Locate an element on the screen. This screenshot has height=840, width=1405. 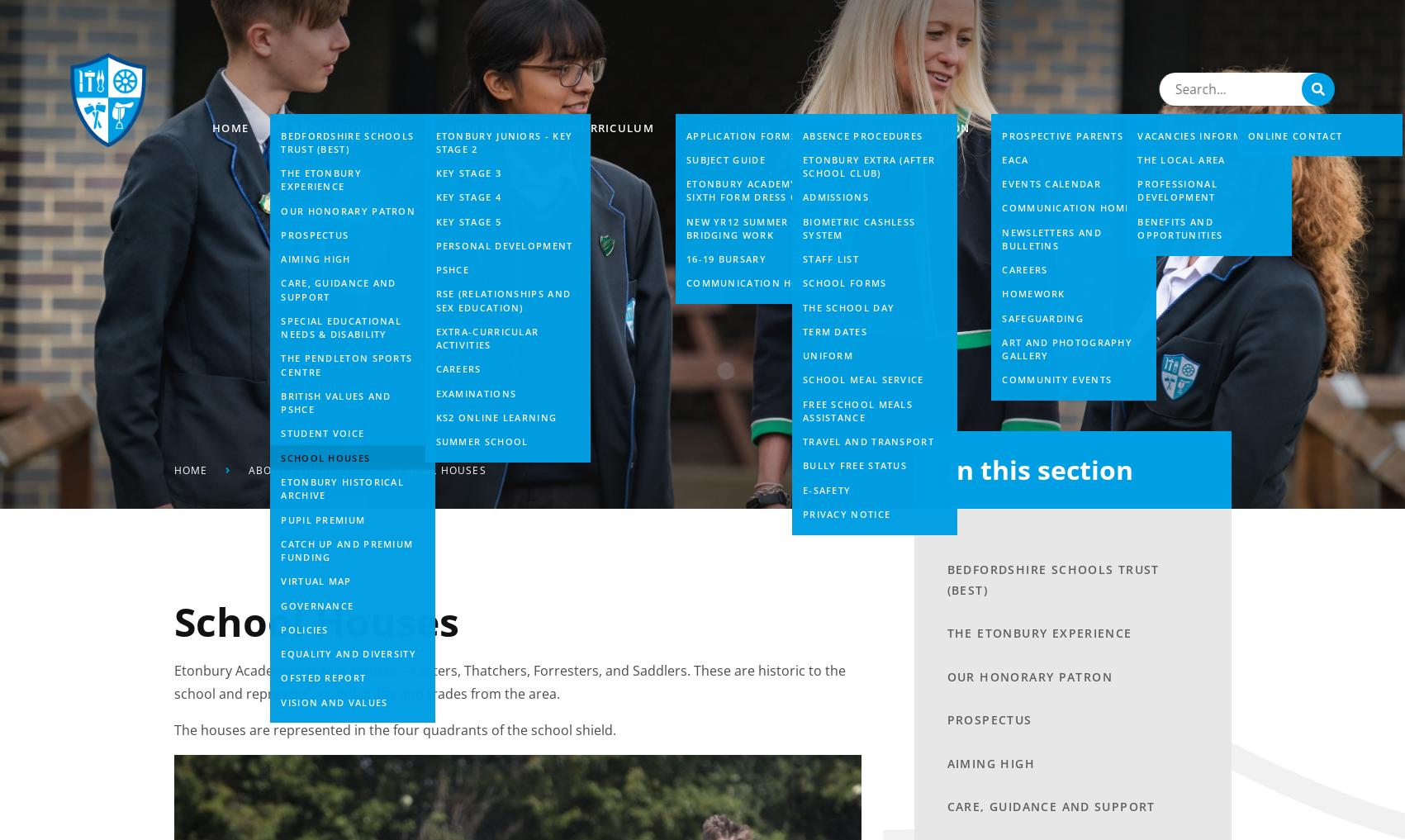
'Parents' Area' is located at coordinates (1059, 126).